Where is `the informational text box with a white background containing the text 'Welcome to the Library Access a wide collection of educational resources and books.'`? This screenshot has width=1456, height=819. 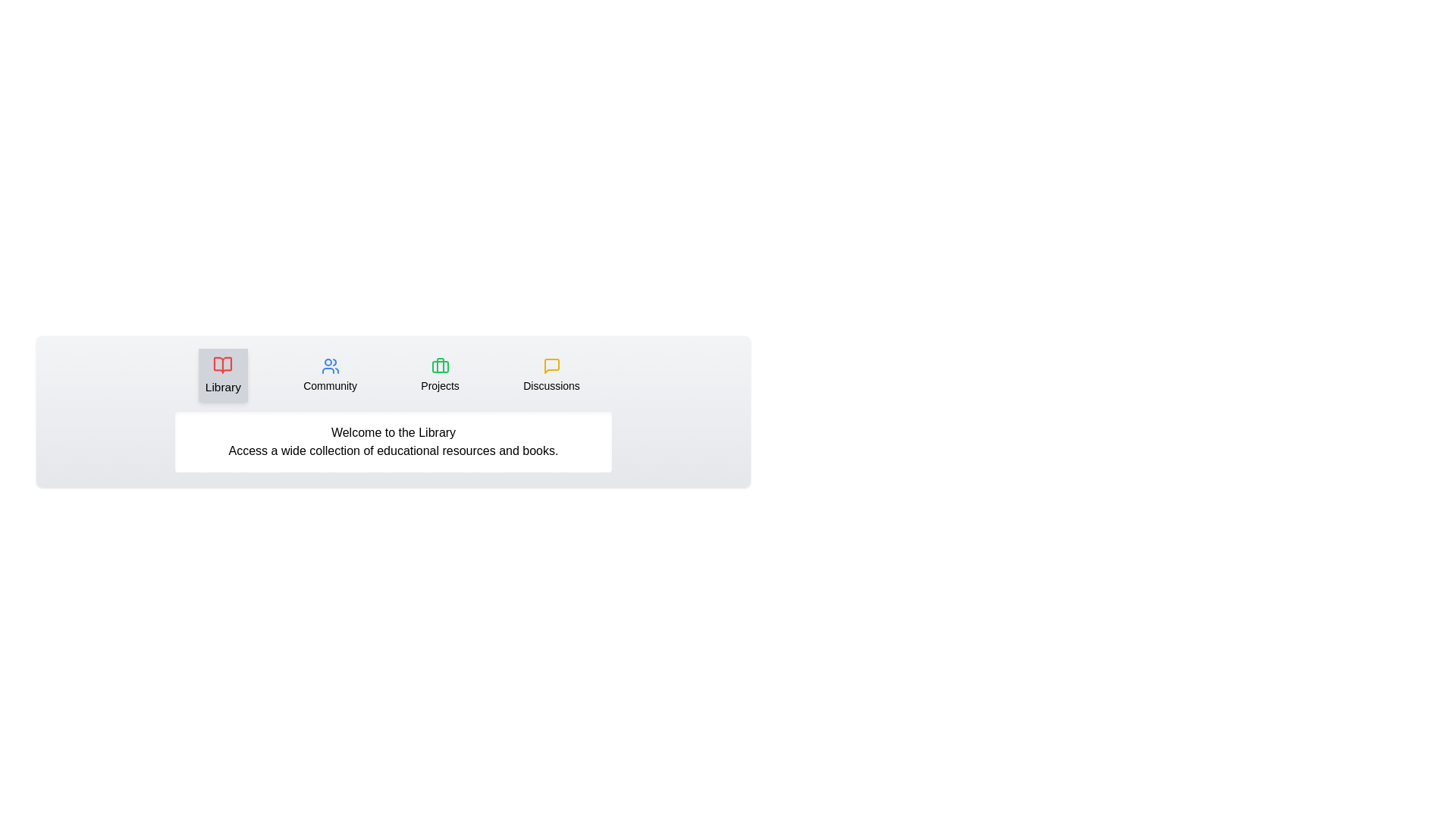 the informational text box with a white background containing the text 'Welcome to the Library Access a wide collection of educational resources and books.' is located at coordinates (393, 441).